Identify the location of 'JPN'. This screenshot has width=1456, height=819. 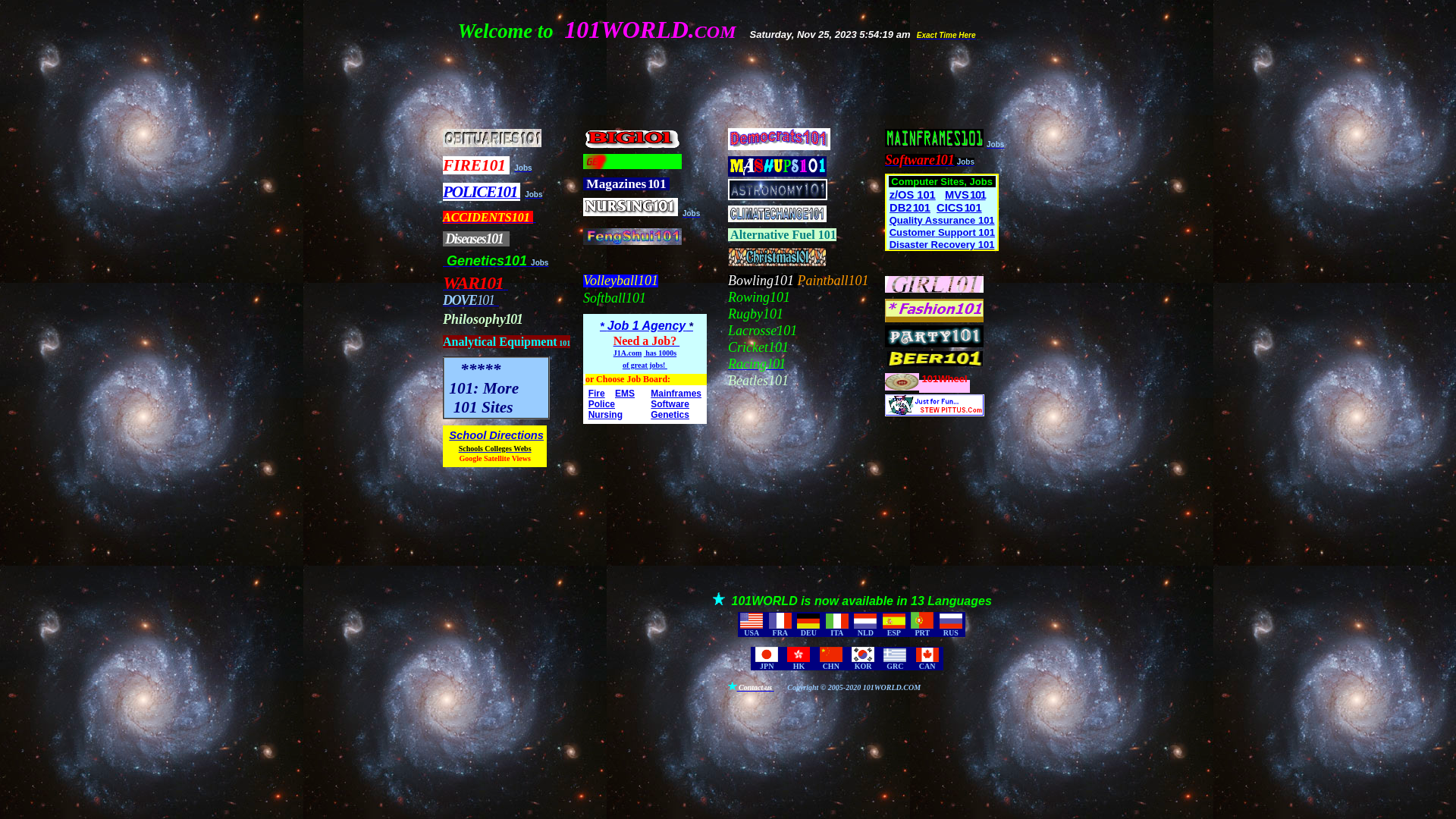
(767, 664).